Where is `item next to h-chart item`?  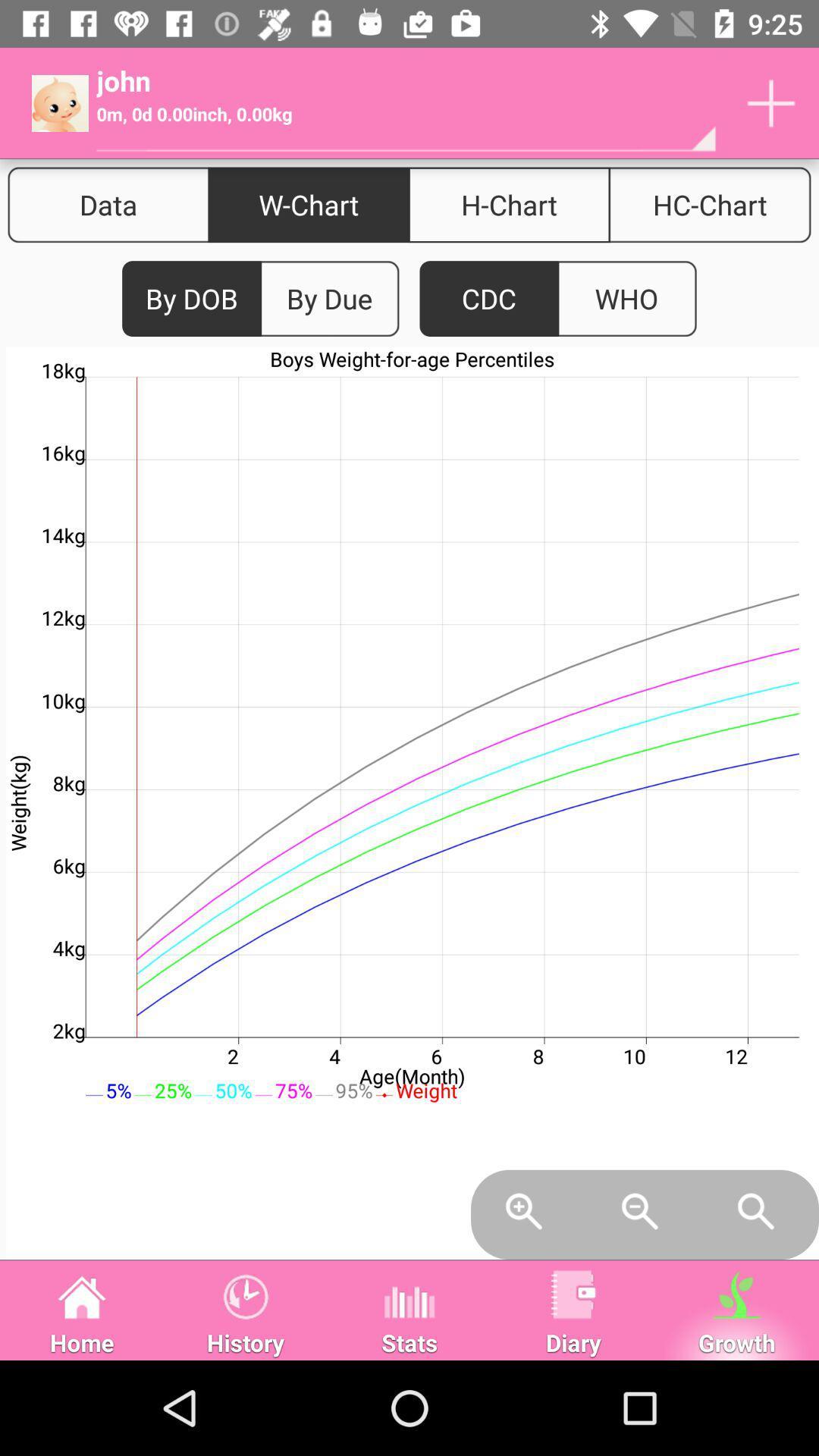
item next to h-chart item is located at coordinates (710, 204).